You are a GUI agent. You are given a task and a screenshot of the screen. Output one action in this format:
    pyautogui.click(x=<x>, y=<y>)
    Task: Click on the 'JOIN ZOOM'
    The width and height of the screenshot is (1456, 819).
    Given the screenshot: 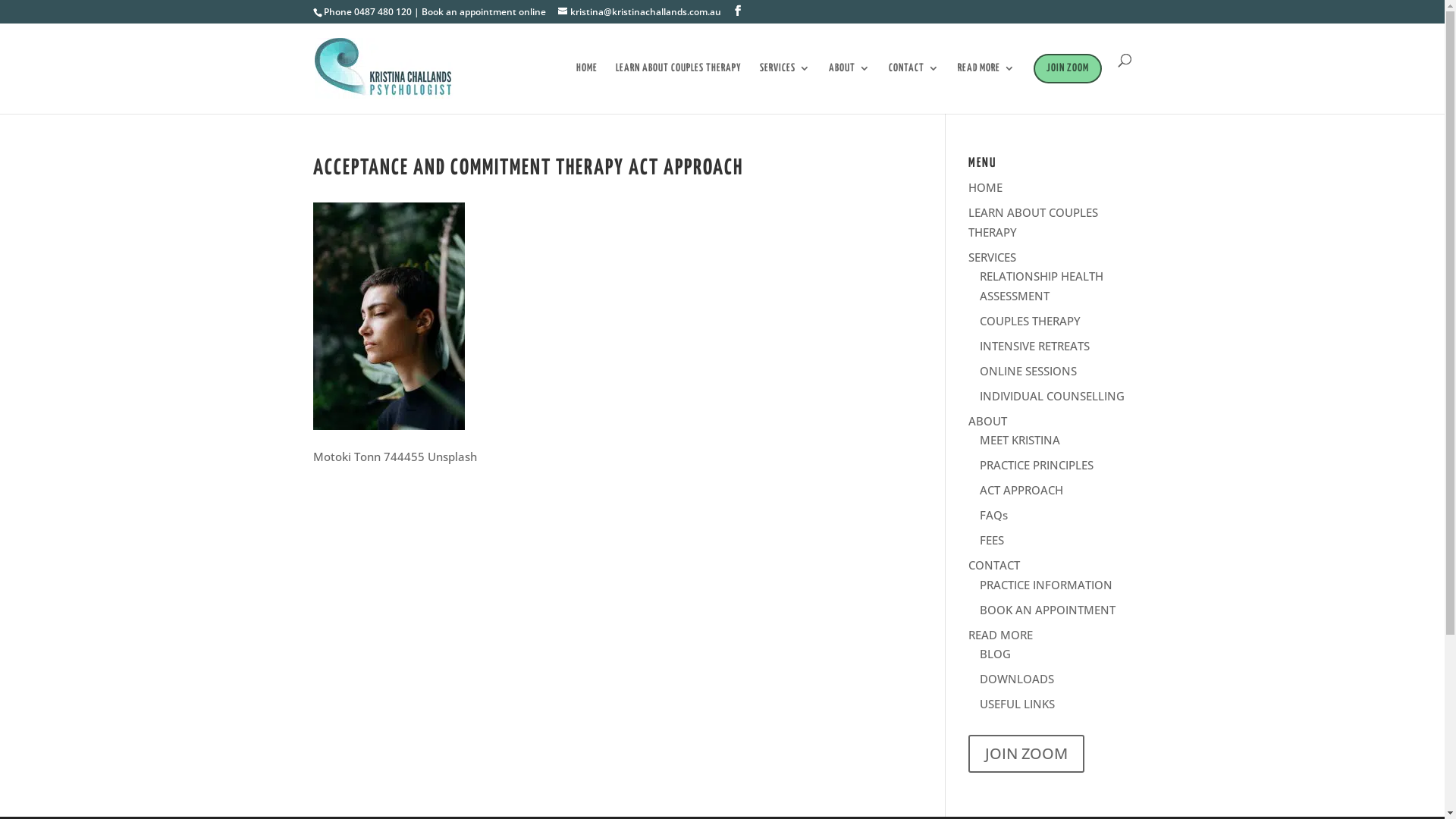 What is the action you would take?
    pyautogui.click(x=1032, y=83)
    